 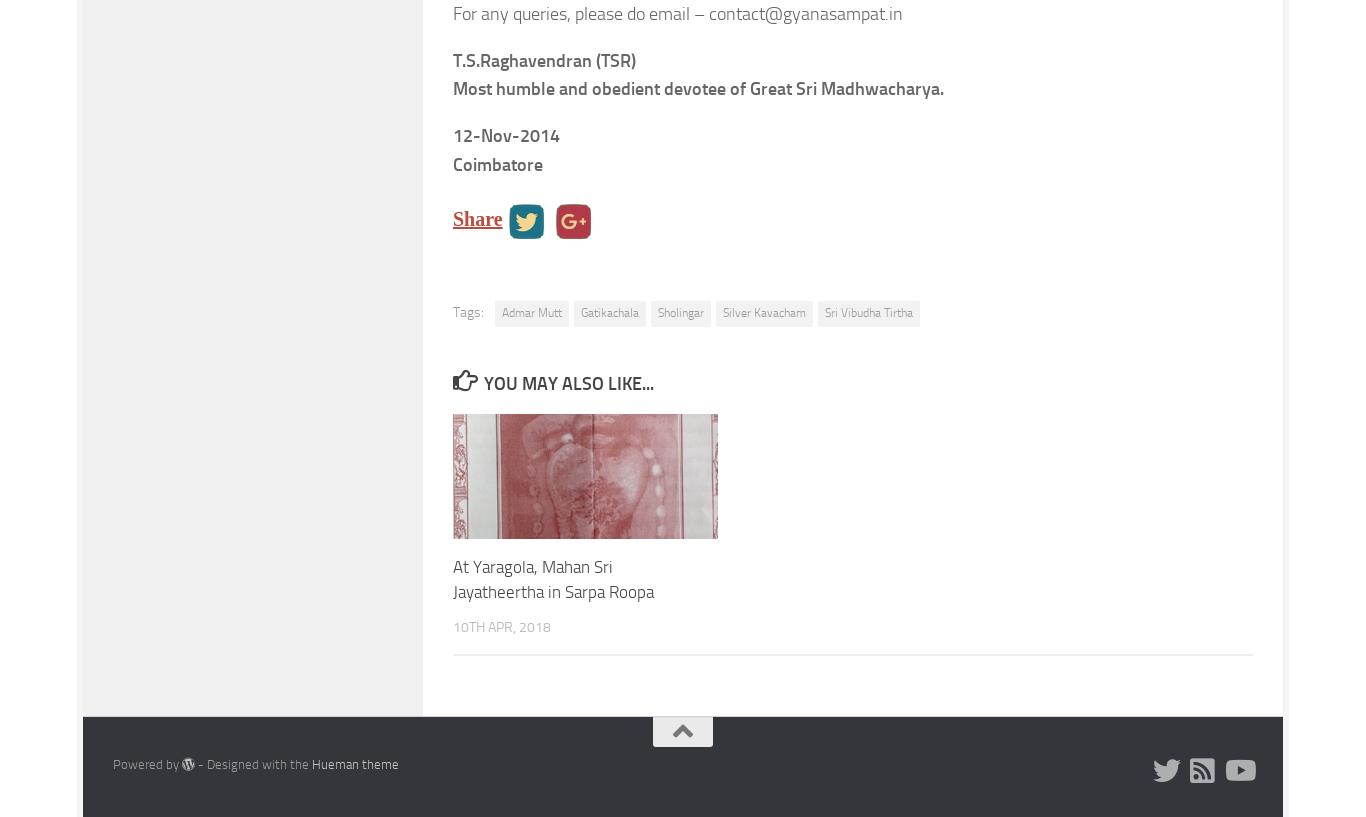 I want to click on '12-Nov-2014', so click(x=451, y=136).